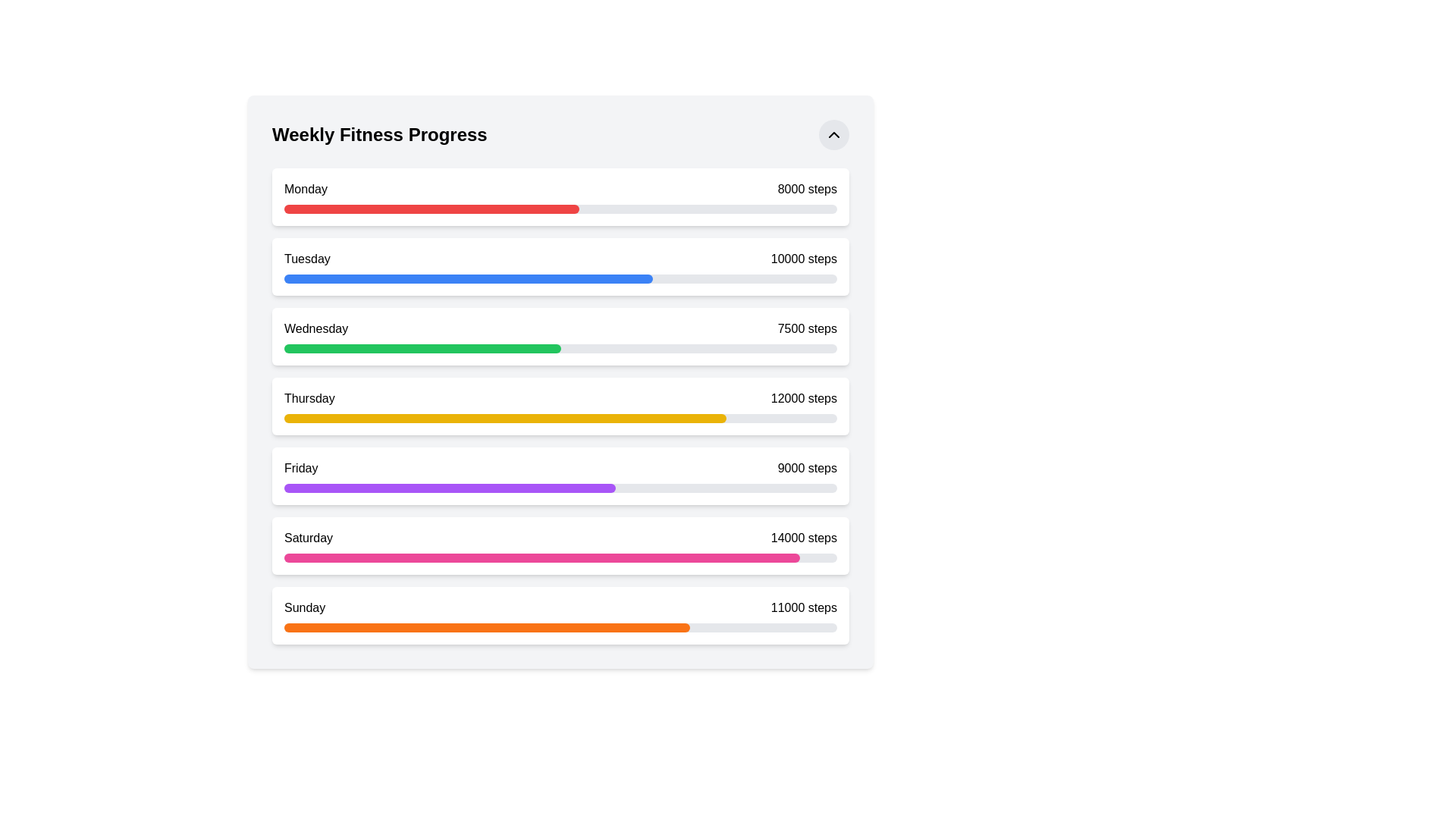 The image size is (1456, 819). I want to click on the text label 'Wednesday' in the 'Weekly Fitness Progress' section which indicates the day of the week, so click(315, 328).